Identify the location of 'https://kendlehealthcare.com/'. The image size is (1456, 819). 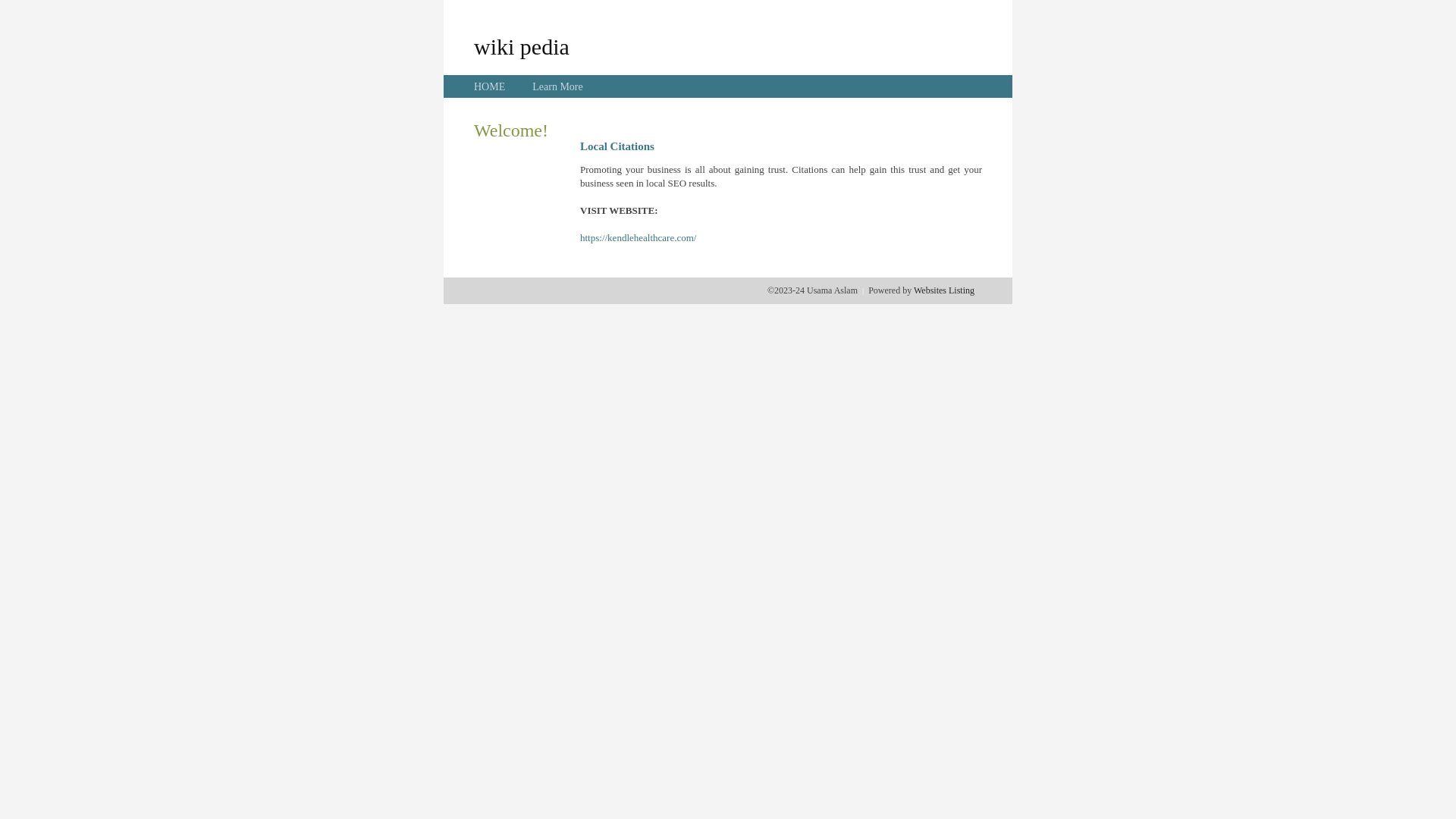
(579, 237).